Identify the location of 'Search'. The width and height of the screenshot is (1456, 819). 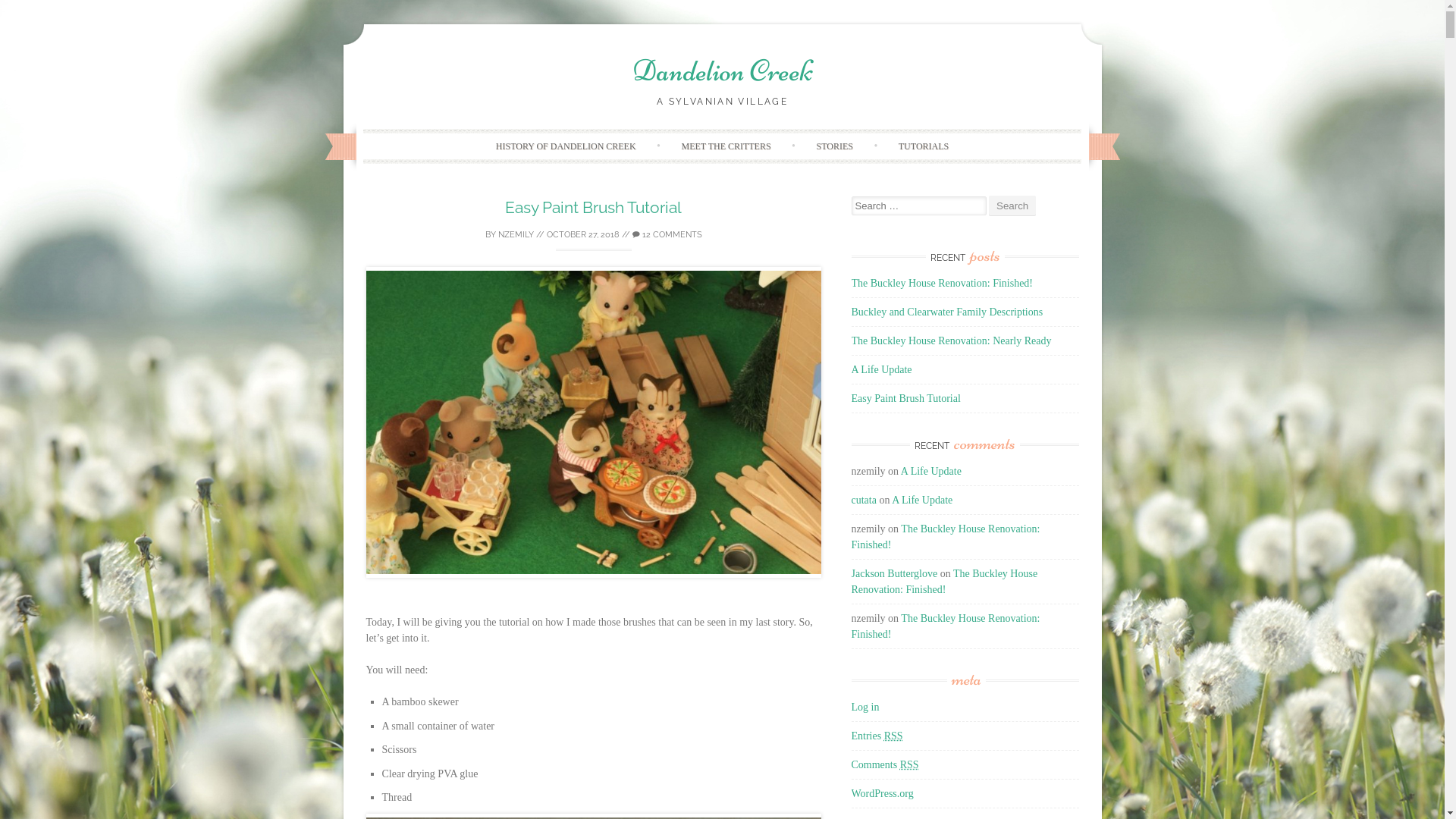
(1012, 206).